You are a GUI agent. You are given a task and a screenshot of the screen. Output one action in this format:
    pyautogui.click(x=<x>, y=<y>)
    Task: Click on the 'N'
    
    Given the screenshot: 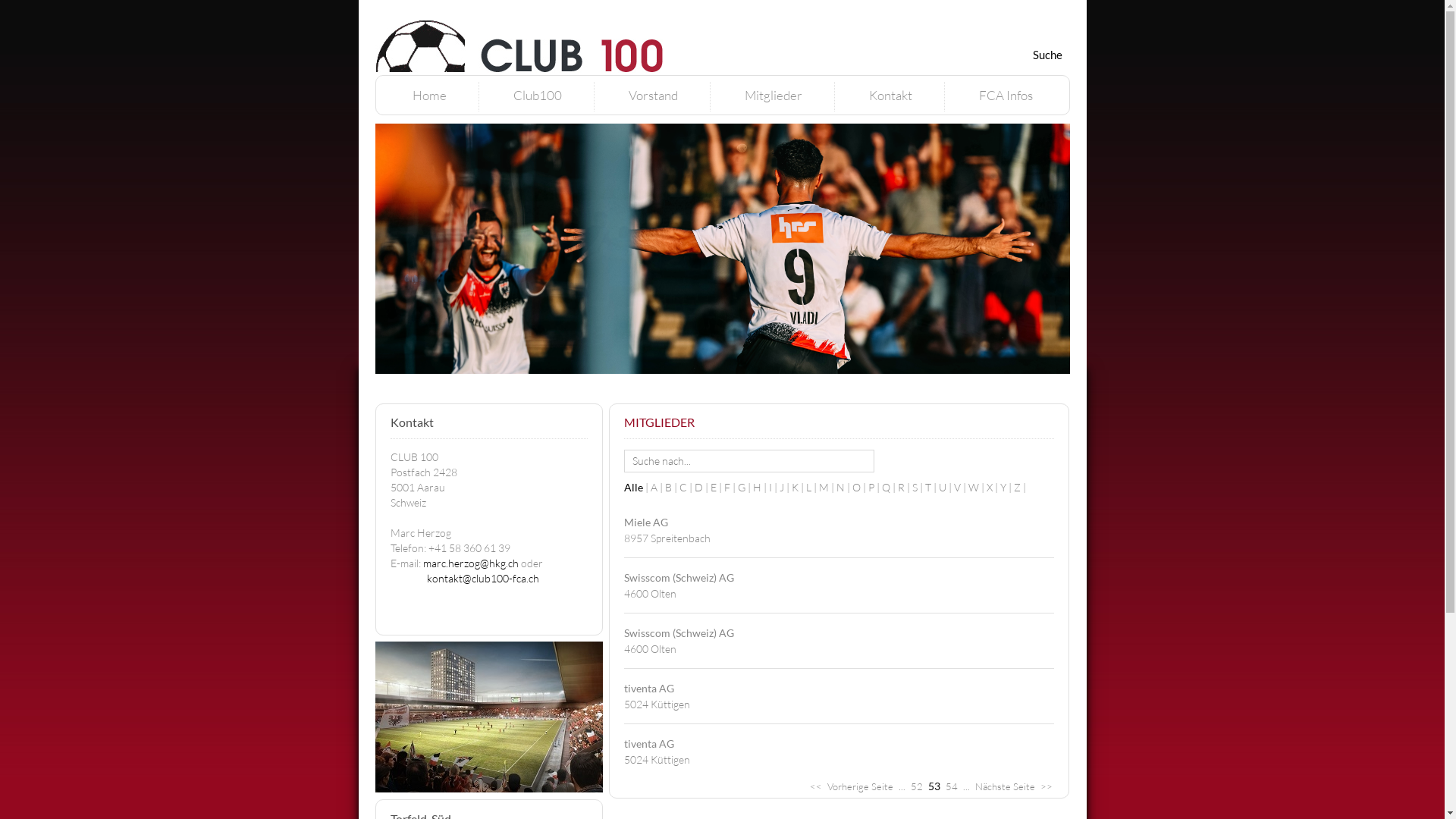 What is the action you would take?
    pyautogui.click(x=843, y=487)
    